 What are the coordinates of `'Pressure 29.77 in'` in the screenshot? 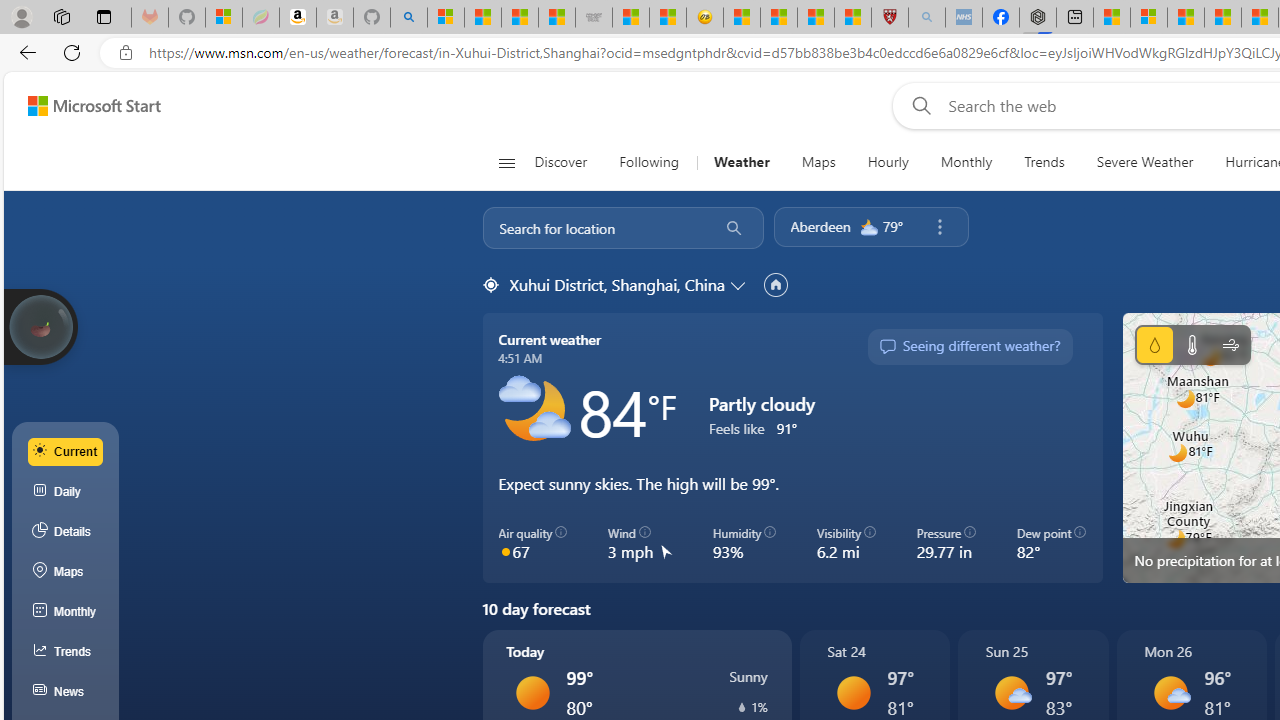 It's located at (945, 543).